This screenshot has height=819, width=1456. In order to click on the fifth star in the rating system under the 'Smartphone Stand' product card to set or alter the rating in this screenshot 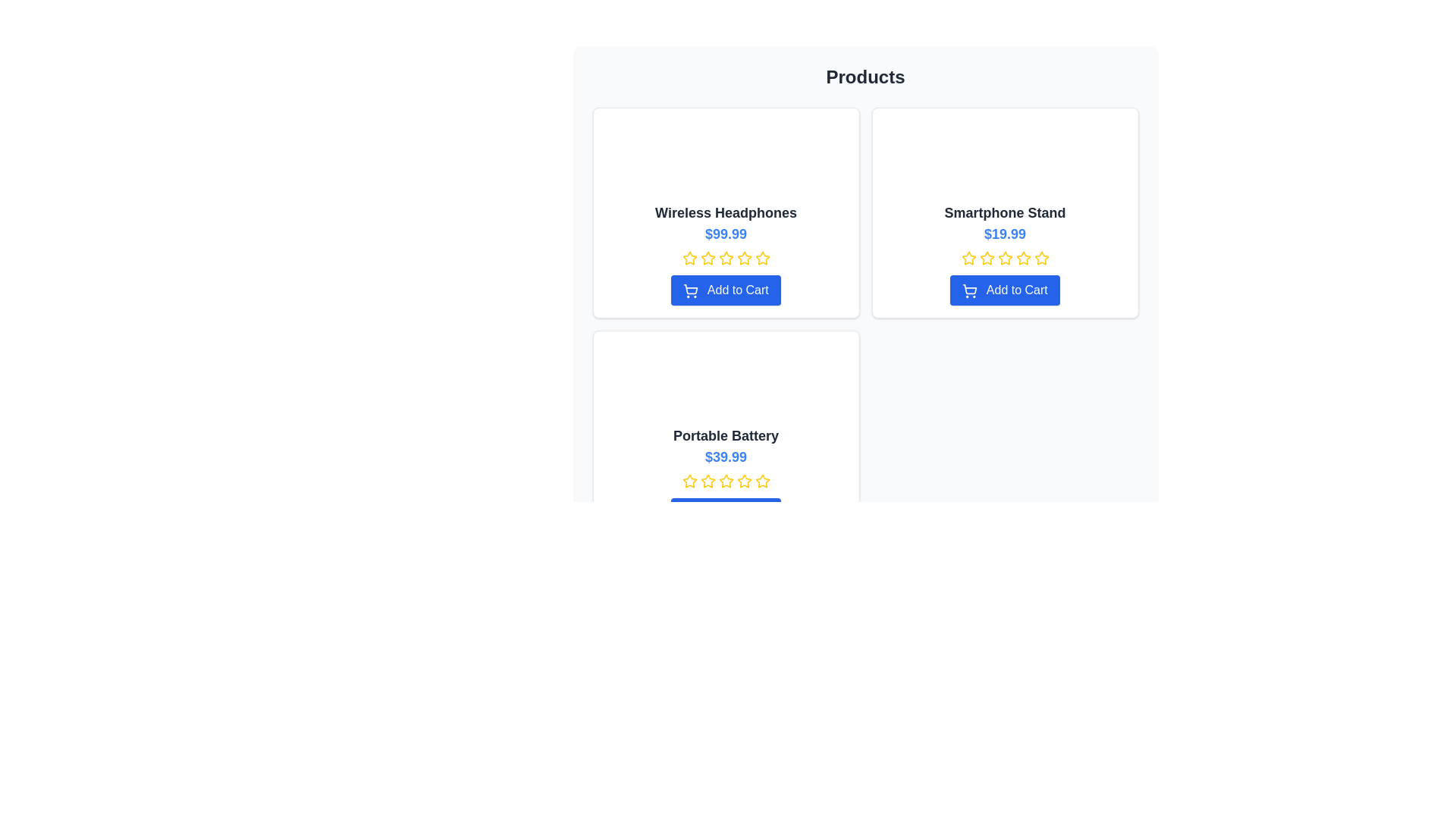, I will do `click(1040, 256)`.